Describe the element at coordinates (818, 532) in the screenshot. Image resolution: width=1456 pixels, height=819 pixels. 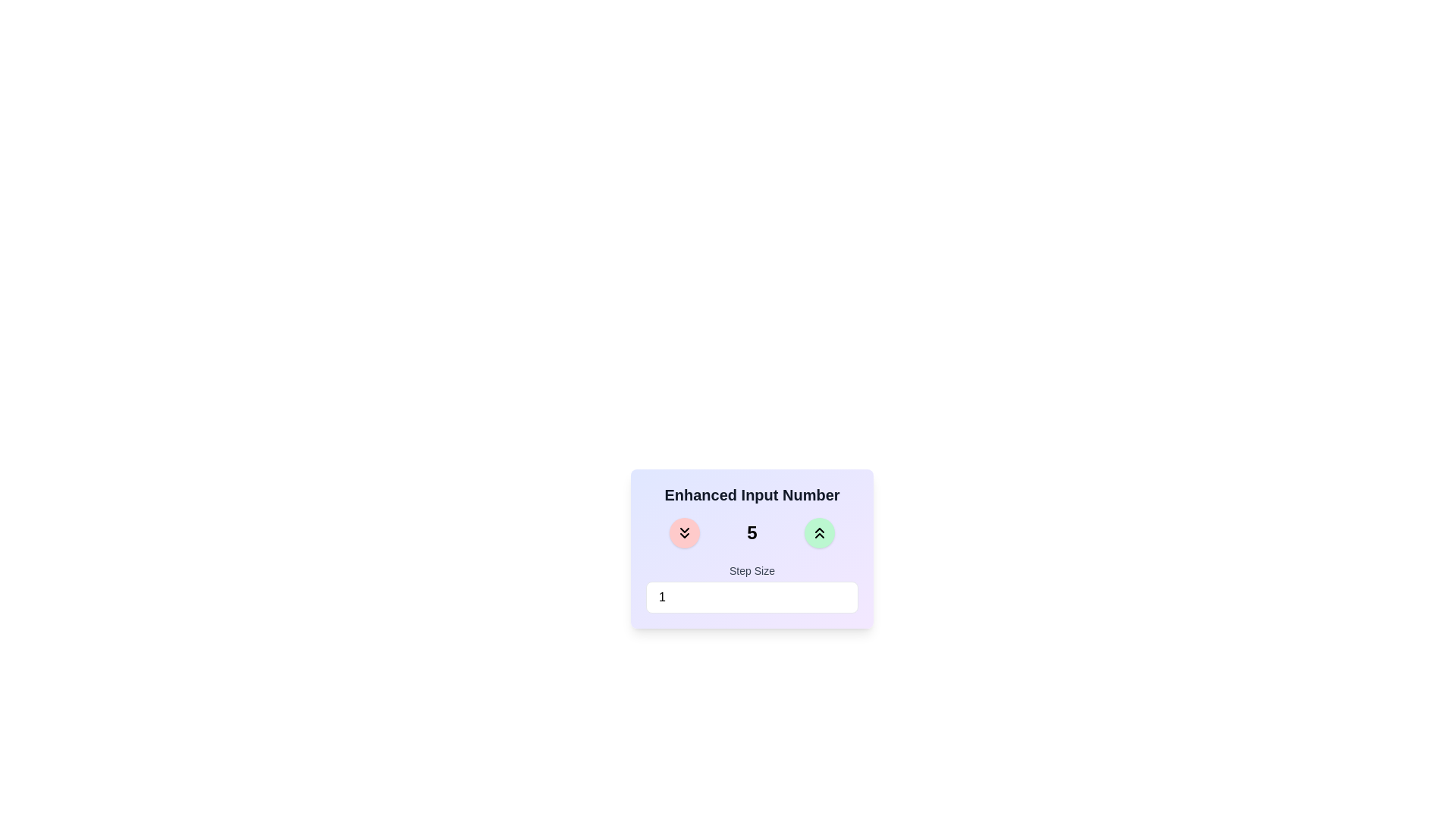
I see `the circular green button with a double upward chevron icon to increment the displayed numeric value` at that location.